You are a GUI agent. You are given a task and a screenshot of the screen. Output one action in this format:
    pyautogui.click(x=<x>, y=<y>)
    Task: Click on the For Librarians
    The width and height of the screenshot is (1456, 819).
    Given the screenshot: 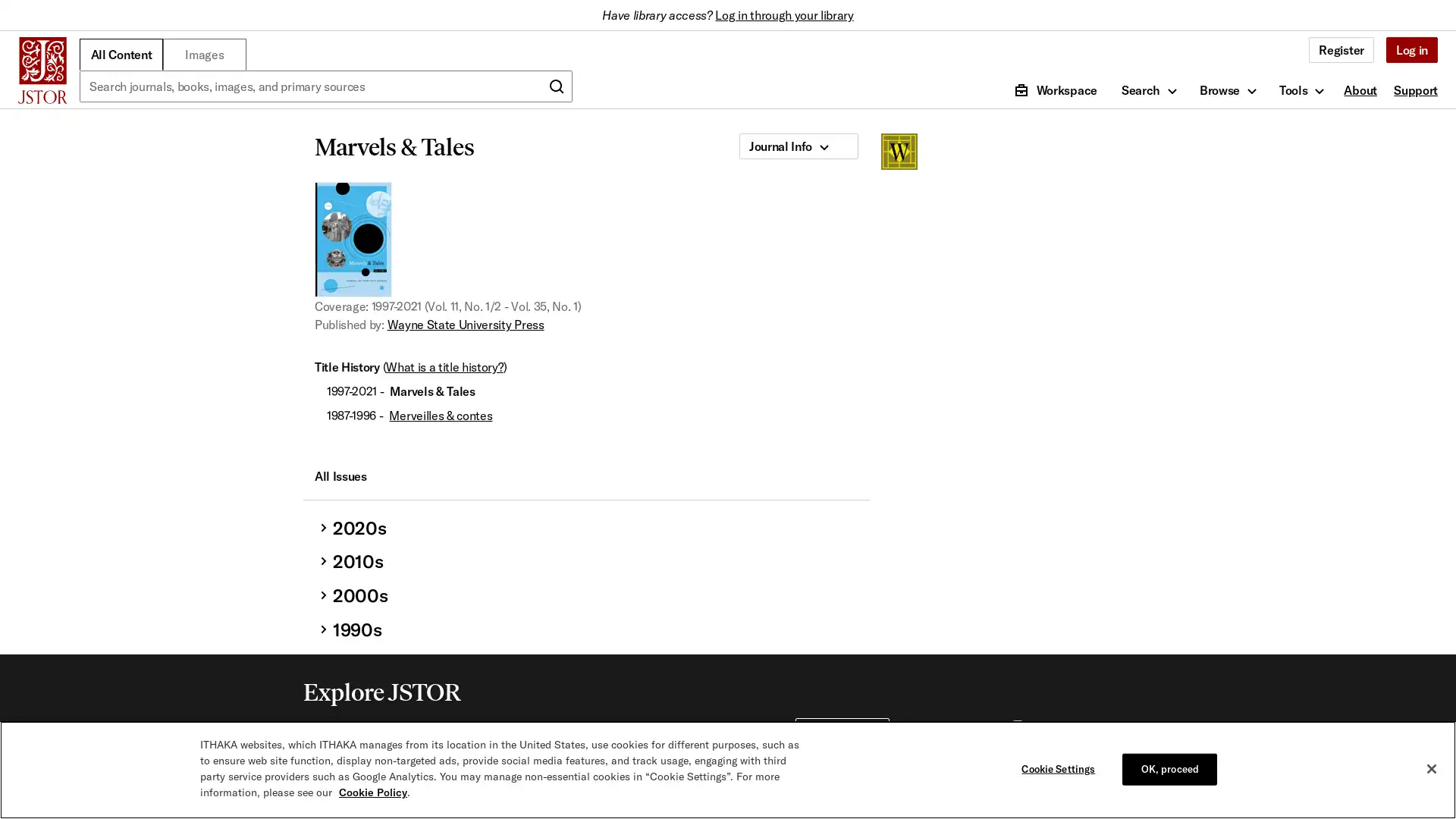 What is the action you would take?
    pyautogui.click(x=841, y=730)
    